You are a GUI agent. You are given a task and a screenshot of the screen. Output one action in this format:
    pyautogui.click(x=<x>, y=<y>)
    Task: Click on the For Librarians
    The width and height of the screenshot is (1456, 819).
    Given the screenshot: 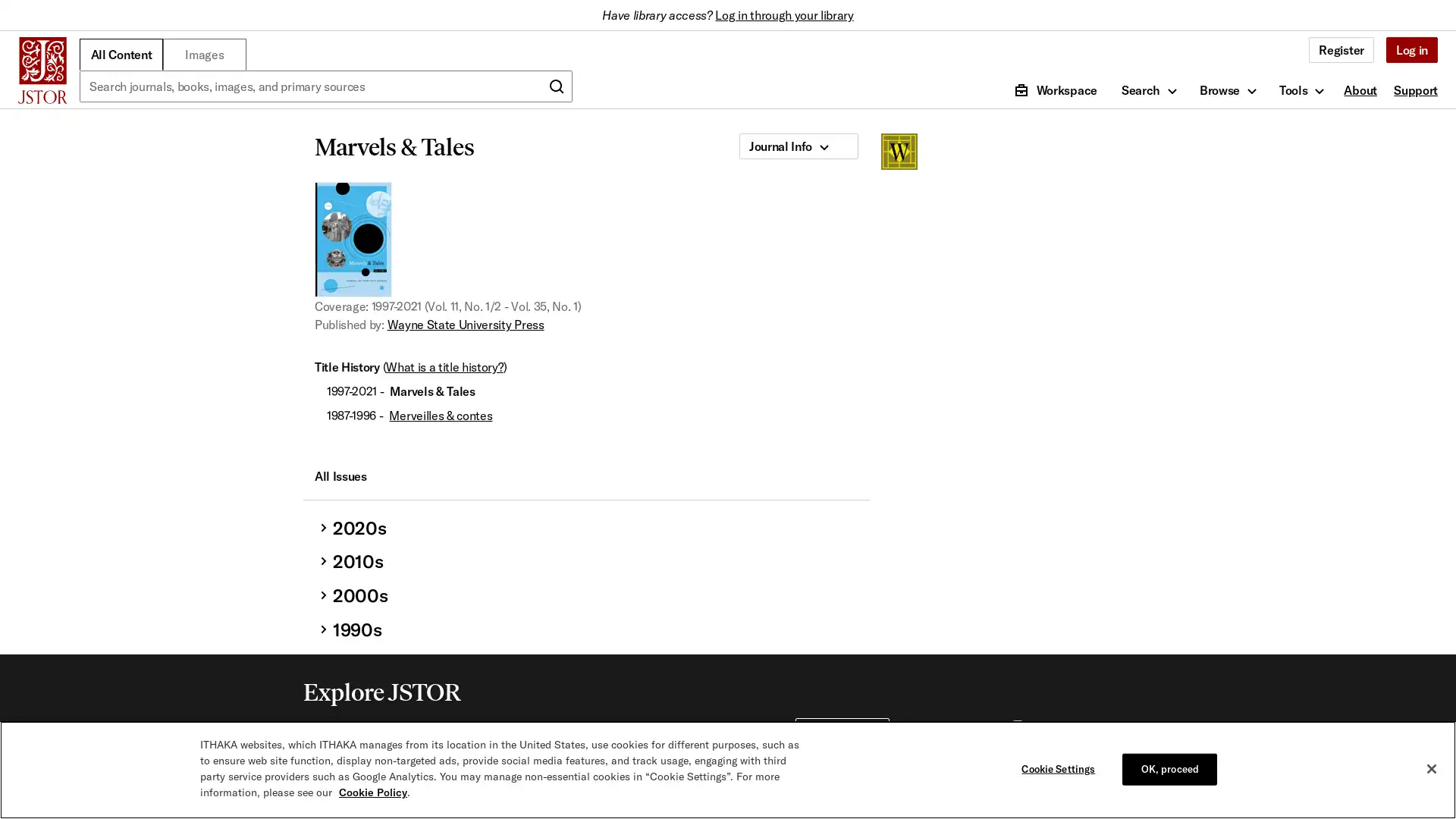 What is the action you would take?
    pyautogui.click(x=841, y=730)
    